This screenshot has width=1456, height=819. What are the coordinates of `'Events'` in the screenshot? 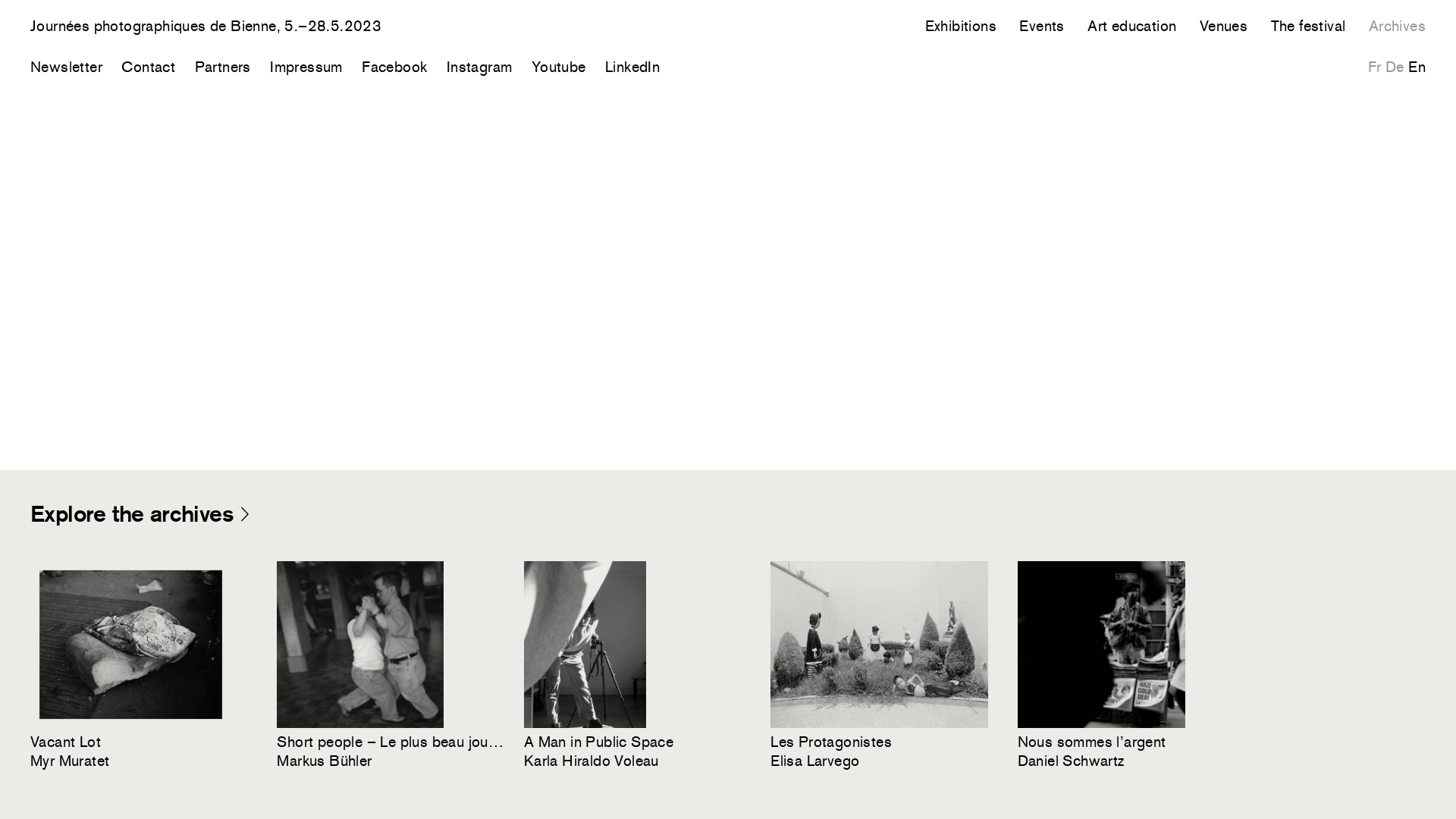 It's located at (1019, 26).